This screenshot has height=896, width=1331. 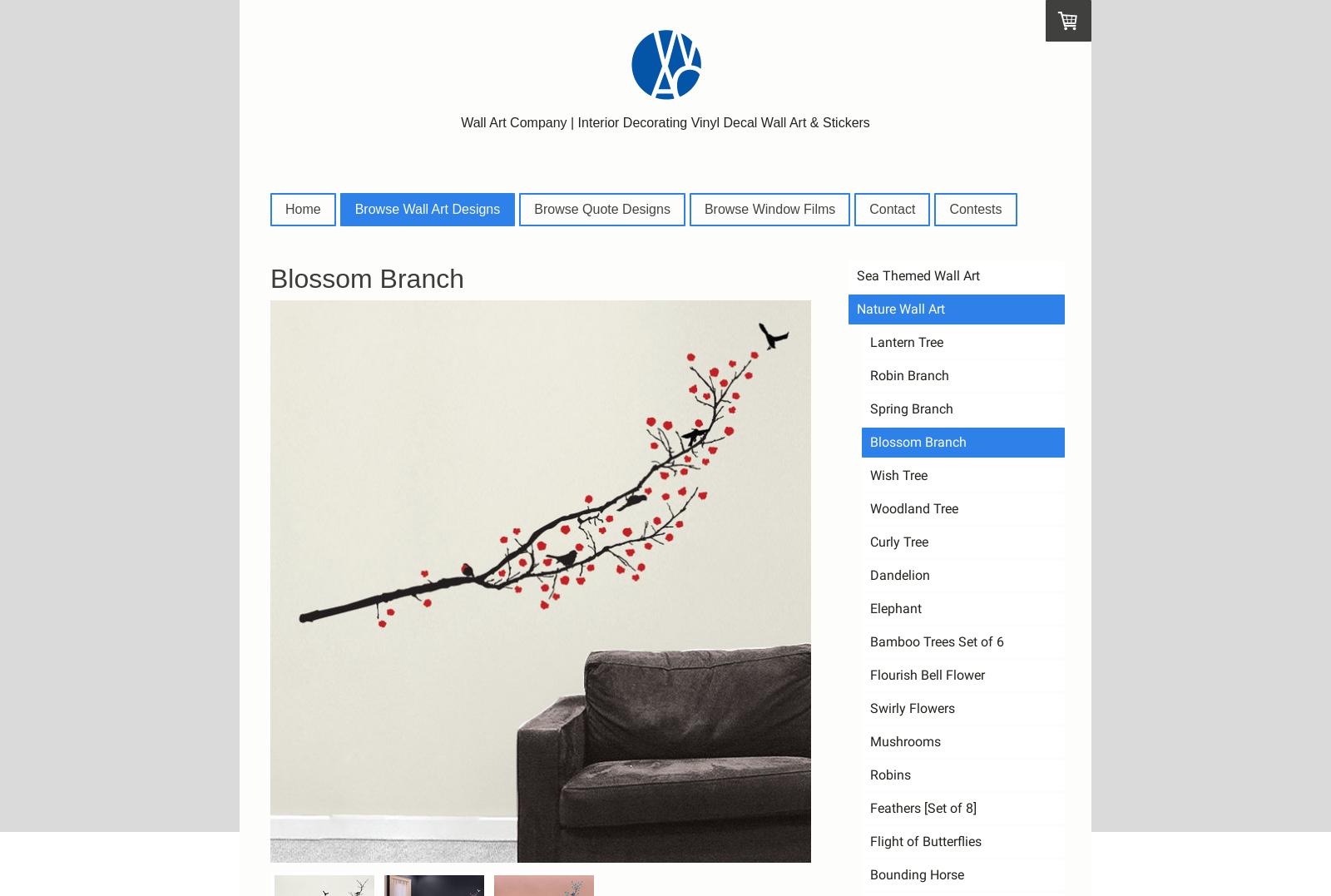 I want to click on 'Woodland Tree', so click(x=914, y=507).